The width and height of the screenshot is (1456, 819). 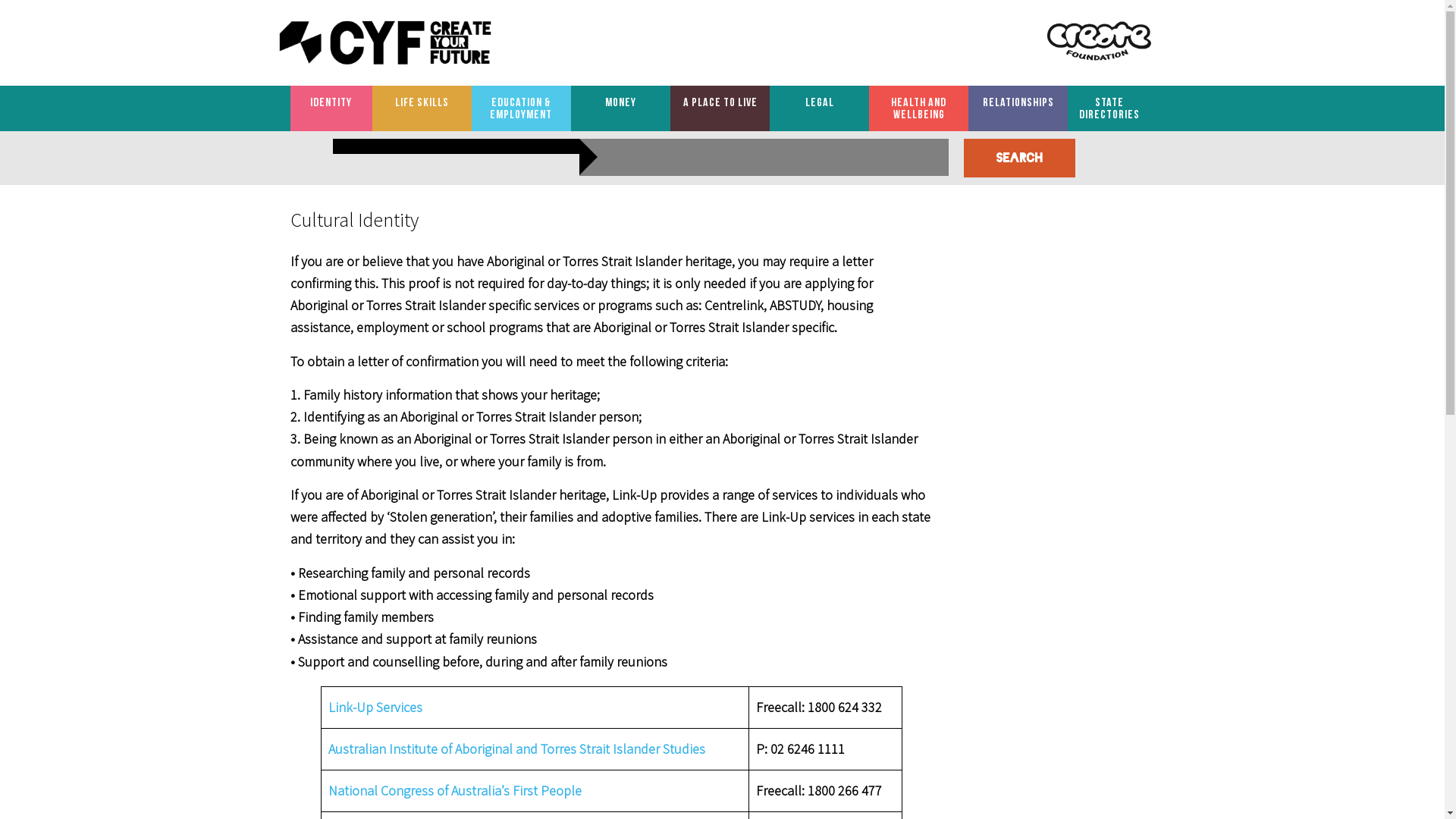 What do you see at coordinates (620, 102) in the screenshot?
I see `'MONEY'` at bounding box center [620, 102].